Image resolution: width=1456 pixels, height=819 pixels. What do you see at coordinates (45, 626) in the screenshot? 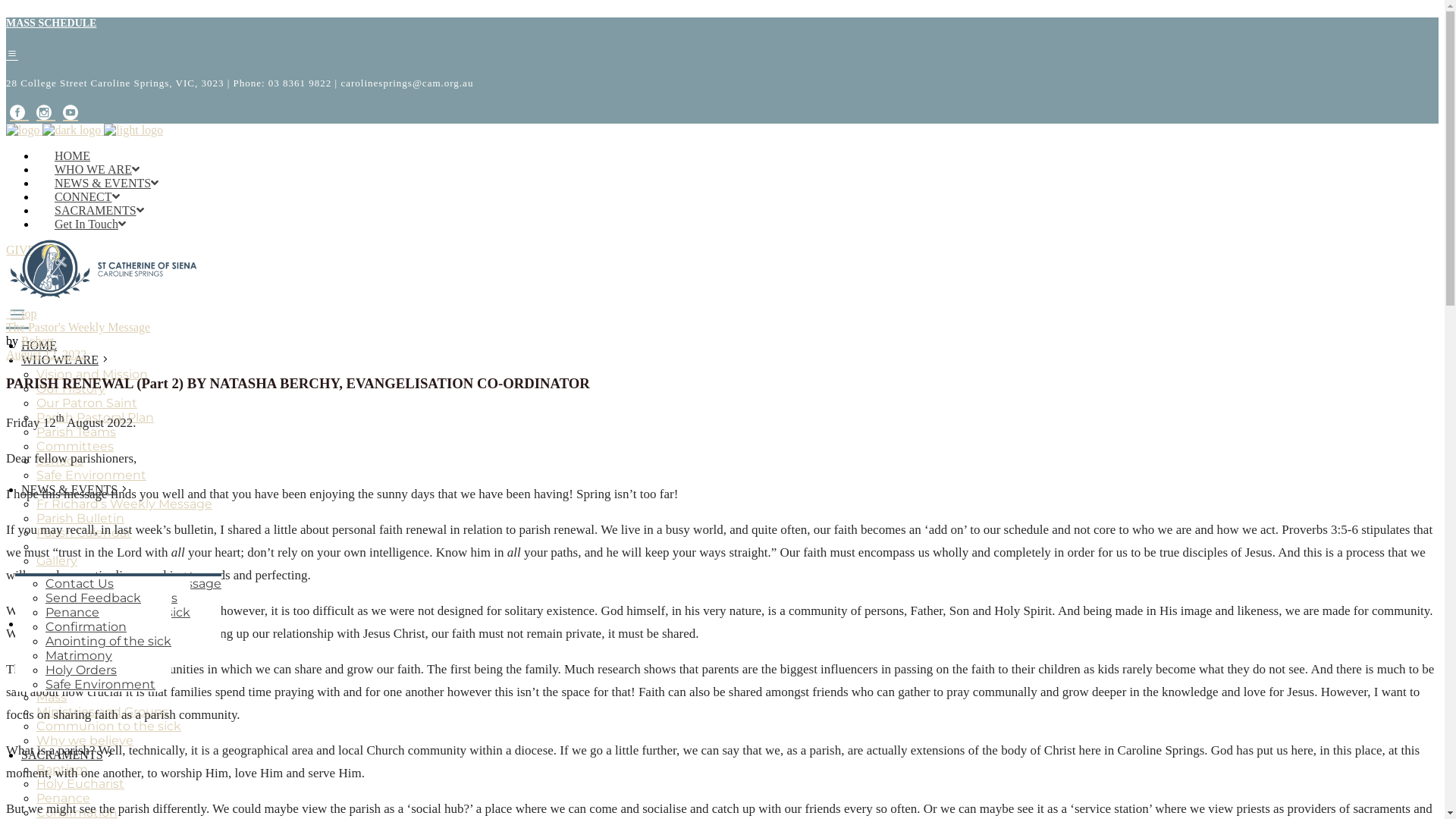
I see `'Confirmation'` at bounding box center [45, 626].